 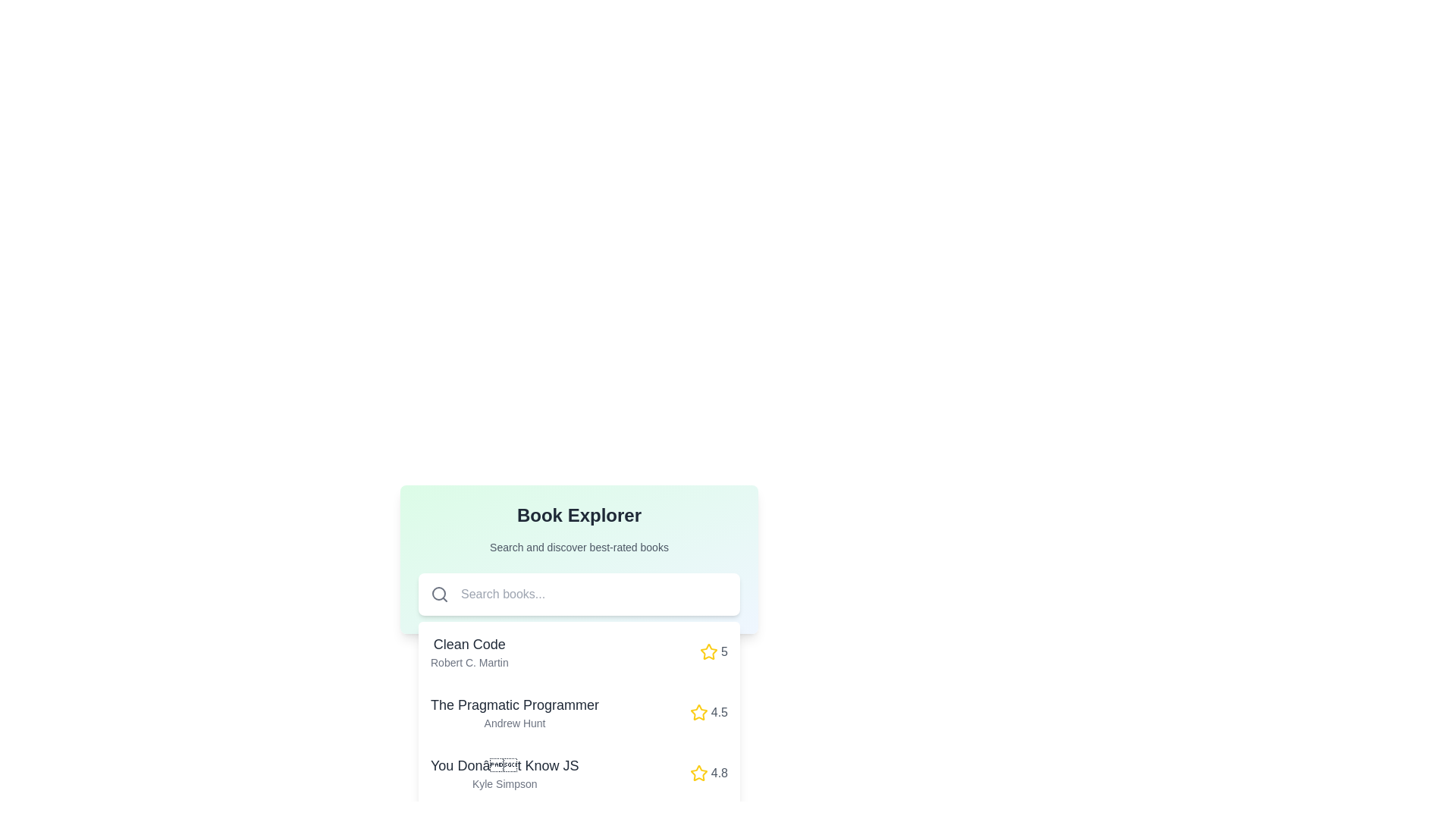 What do you see at coordinates (469, 662) in the screenshot?
I see `static text label displaying 'Robert C. Martin', which is styled in a small font size and gray color, located below the title 'Clean Code' in the 'Book Explorer' section` at bounding box center [469, 662].